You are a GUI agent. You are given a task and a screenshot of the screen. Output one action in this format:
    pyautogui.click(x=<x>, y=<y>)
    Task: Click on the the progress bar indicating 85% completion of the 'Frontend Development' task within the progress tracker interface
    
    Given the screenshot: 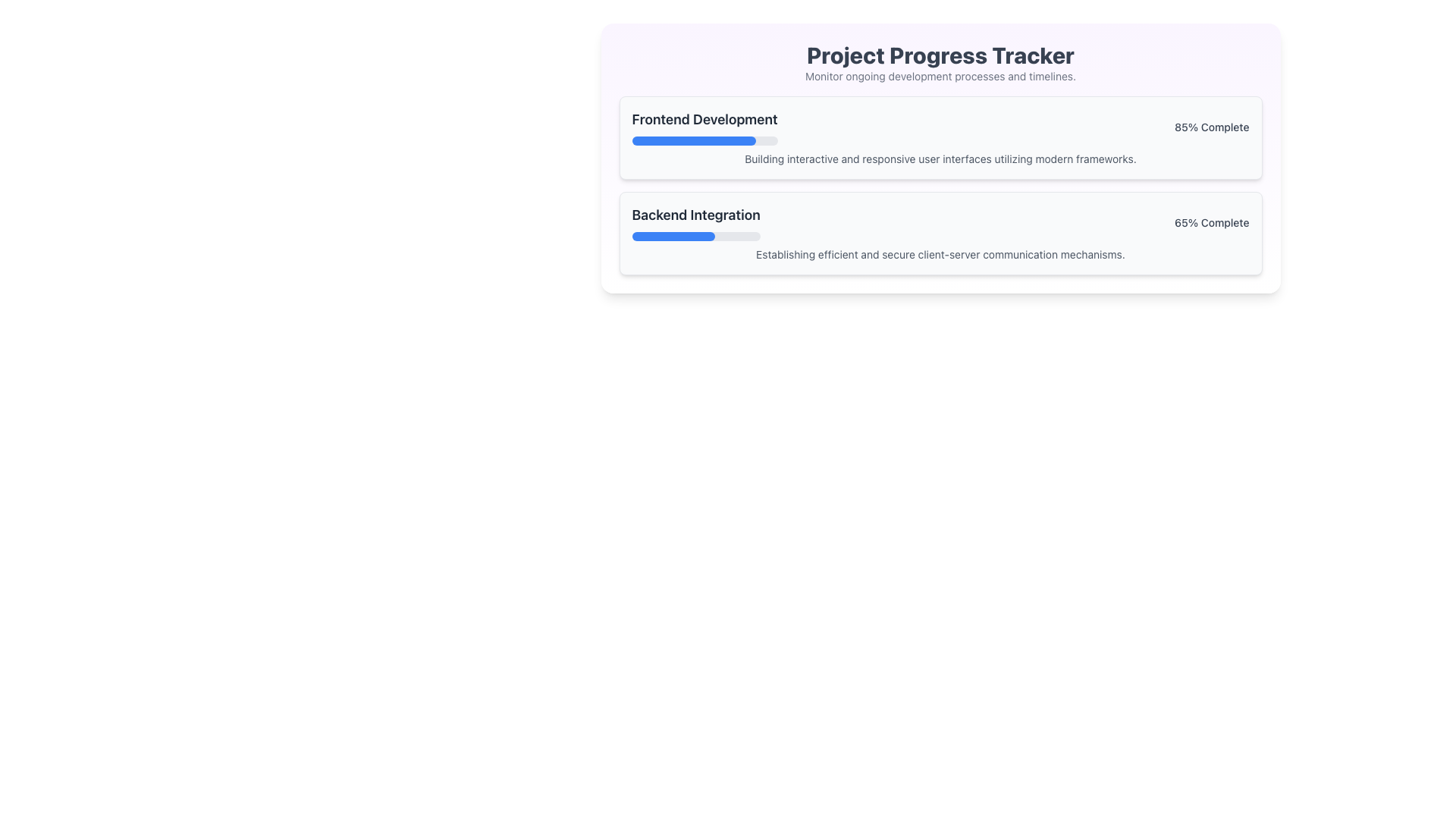 What is the action you would take?
    pyautogui.click(x=693, y=140)
    